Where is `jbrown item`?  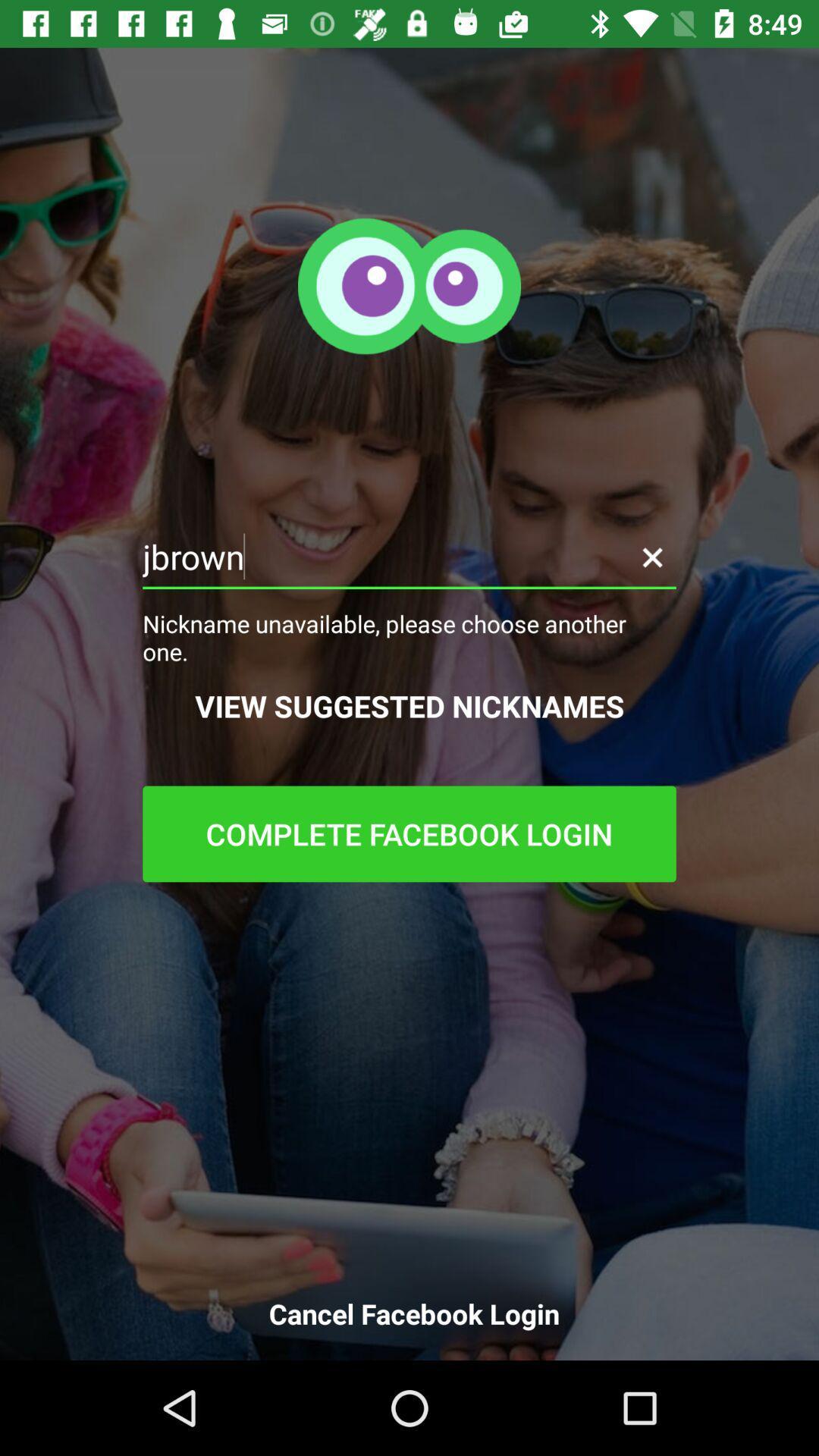
jbrown item is located at coordinates (409, 556).